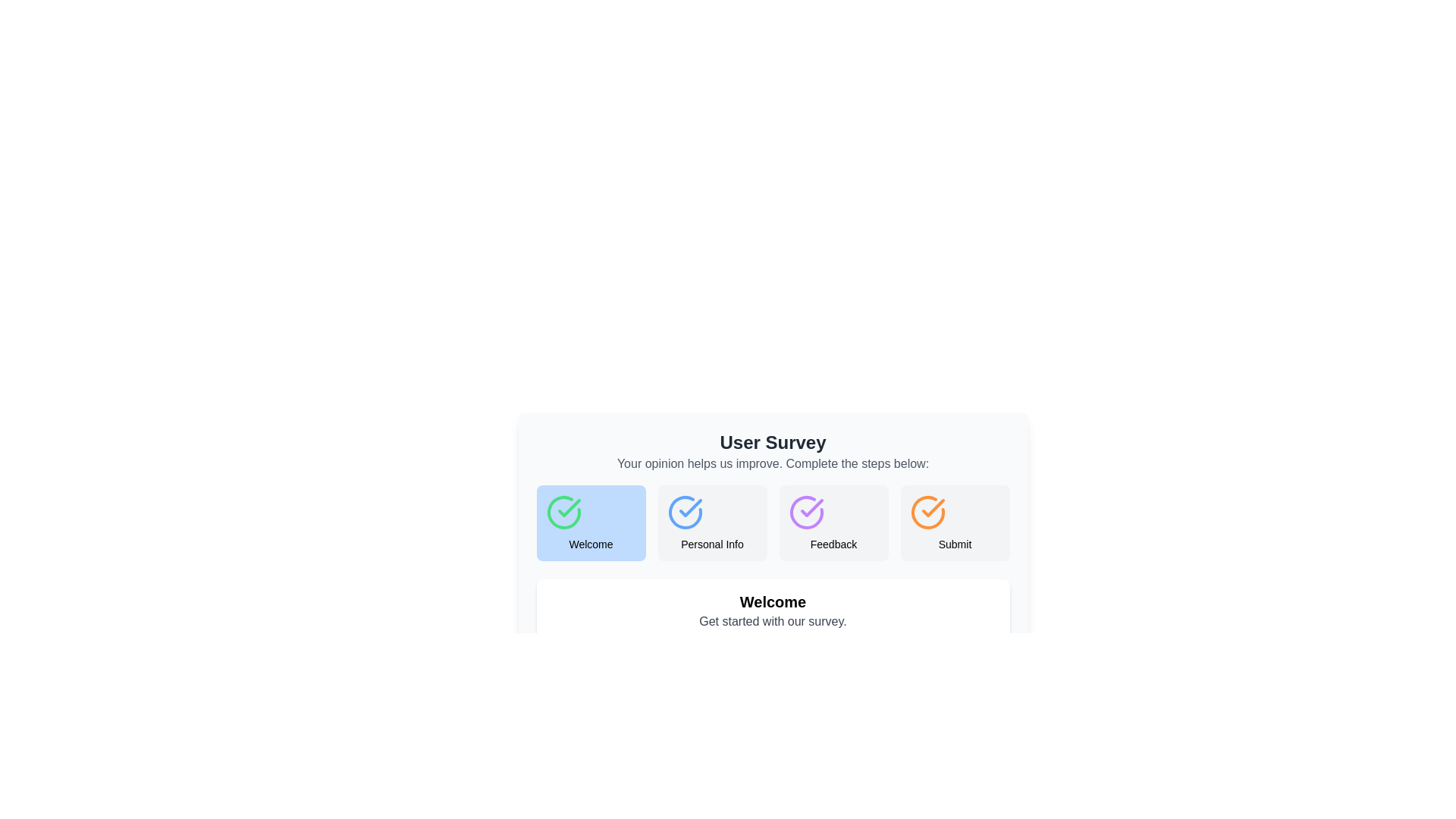 Image resolution: width=1456 pixels, height=819 pixels. What do you see at coordinates (563, 512) in the screenshot?
I see `the progress status icon representing the 'Welcome' step in the upper-left of the layout` at bounding box center [563, 512].